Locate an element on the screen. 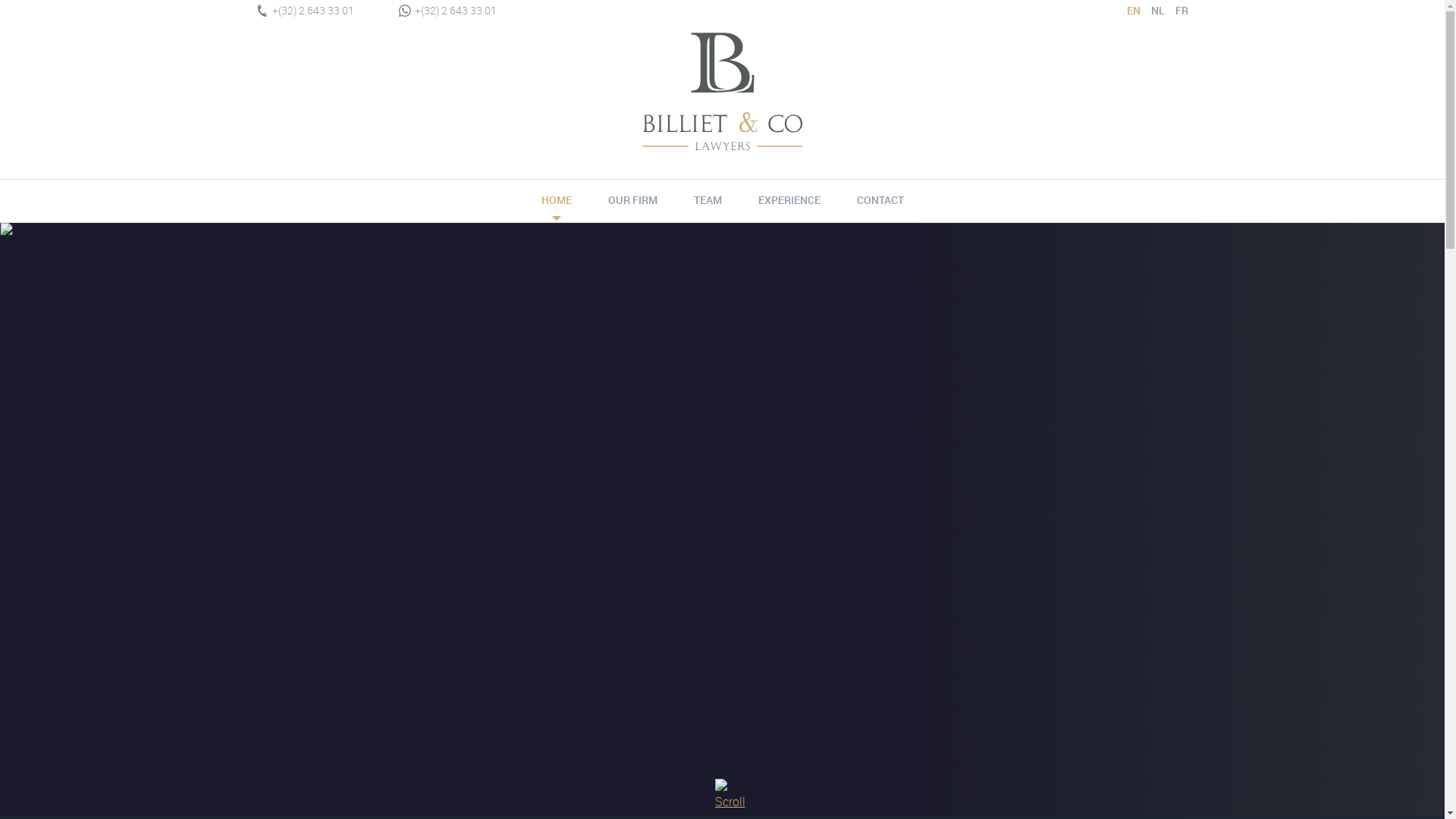 The image size is (1456, 819). 'Scroll down' is located at coordinates (720, 791).